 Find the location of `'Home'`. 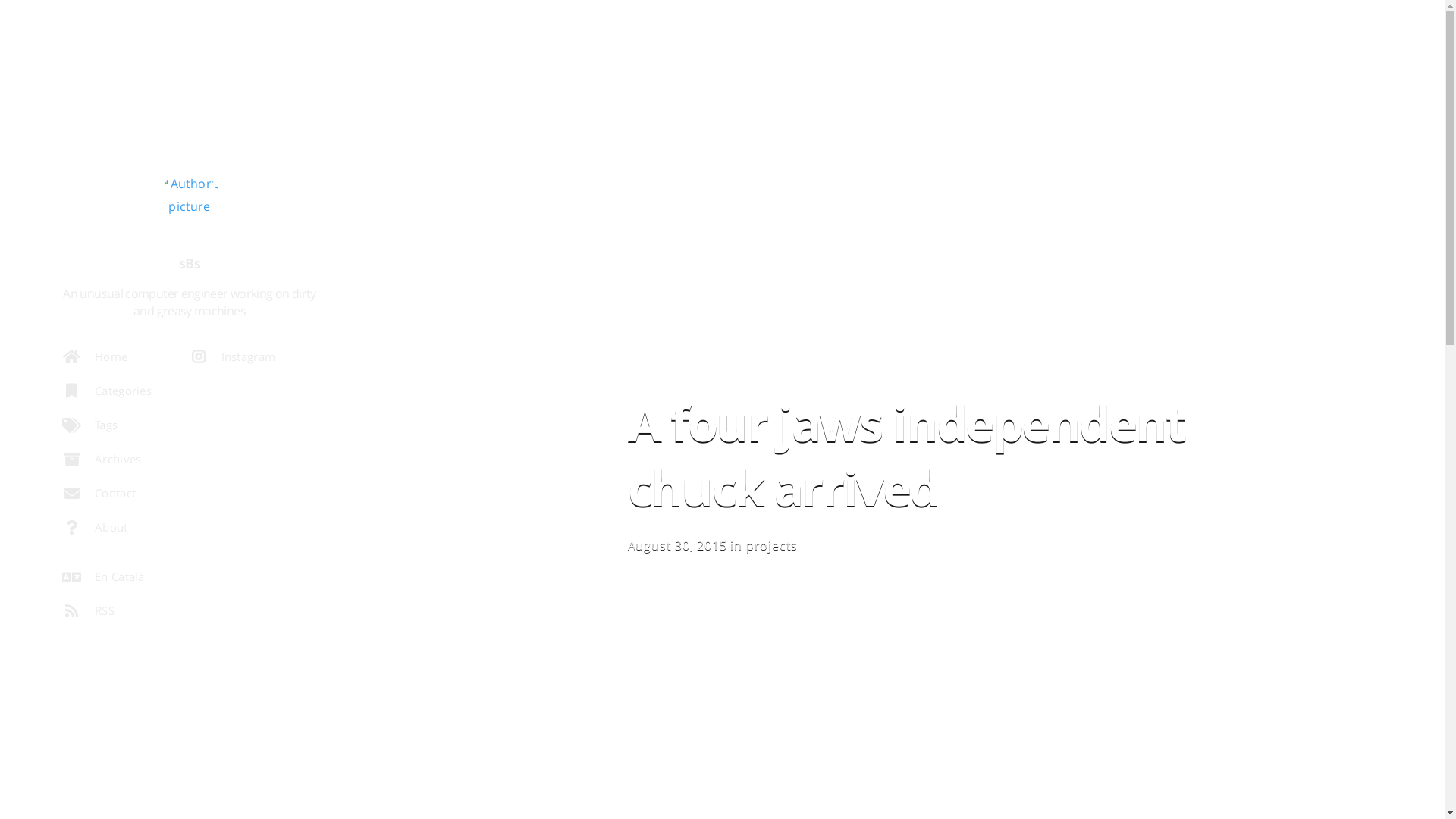

'Home' is located at coordinates (115, 360).